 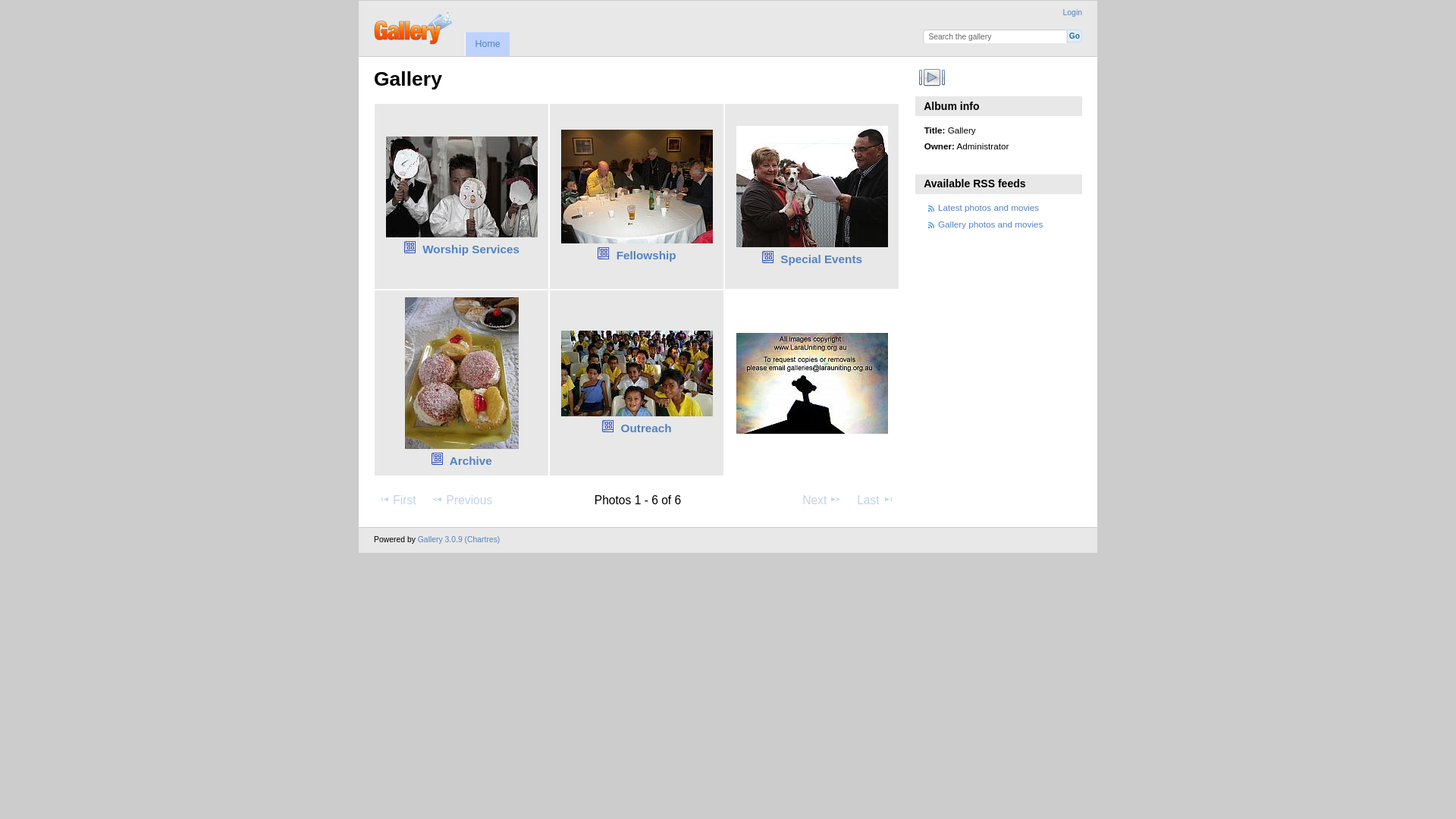 I want to click on 'First', so click(x=397, y=500).